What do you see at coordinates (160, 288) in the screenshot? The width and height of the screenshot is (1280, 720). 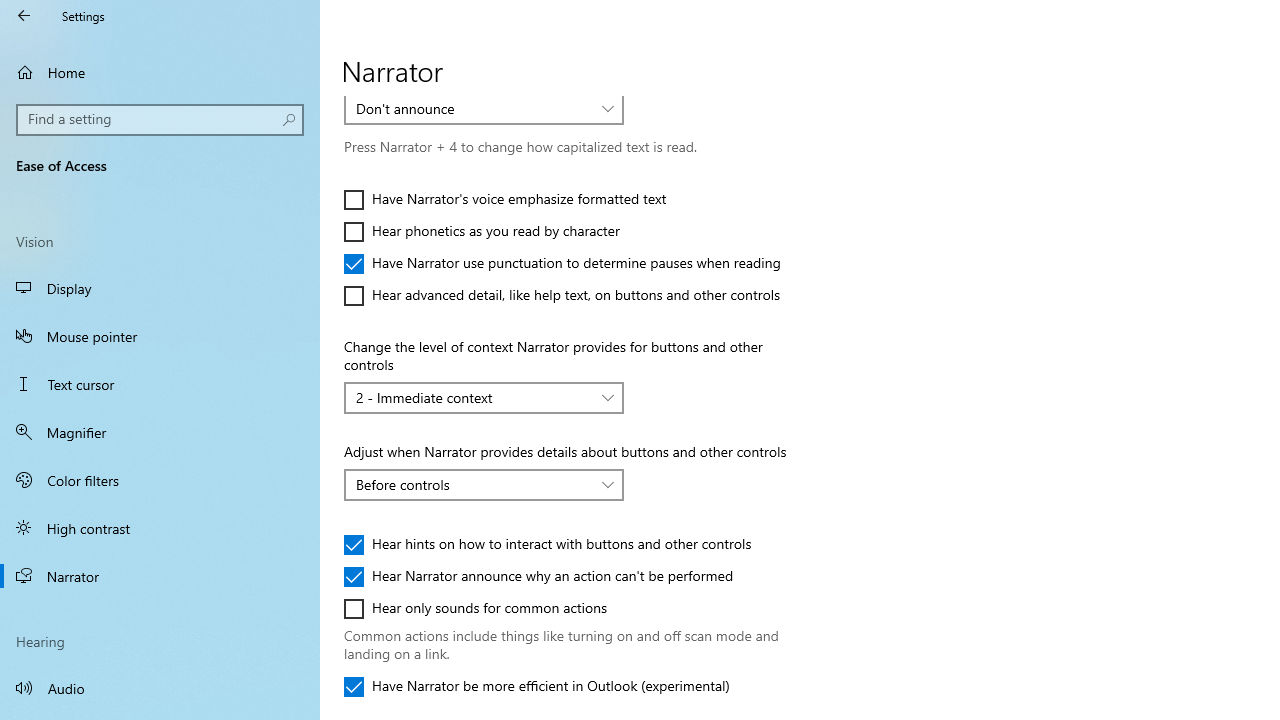 I see `'Display'` at bounding box center [160, 288].